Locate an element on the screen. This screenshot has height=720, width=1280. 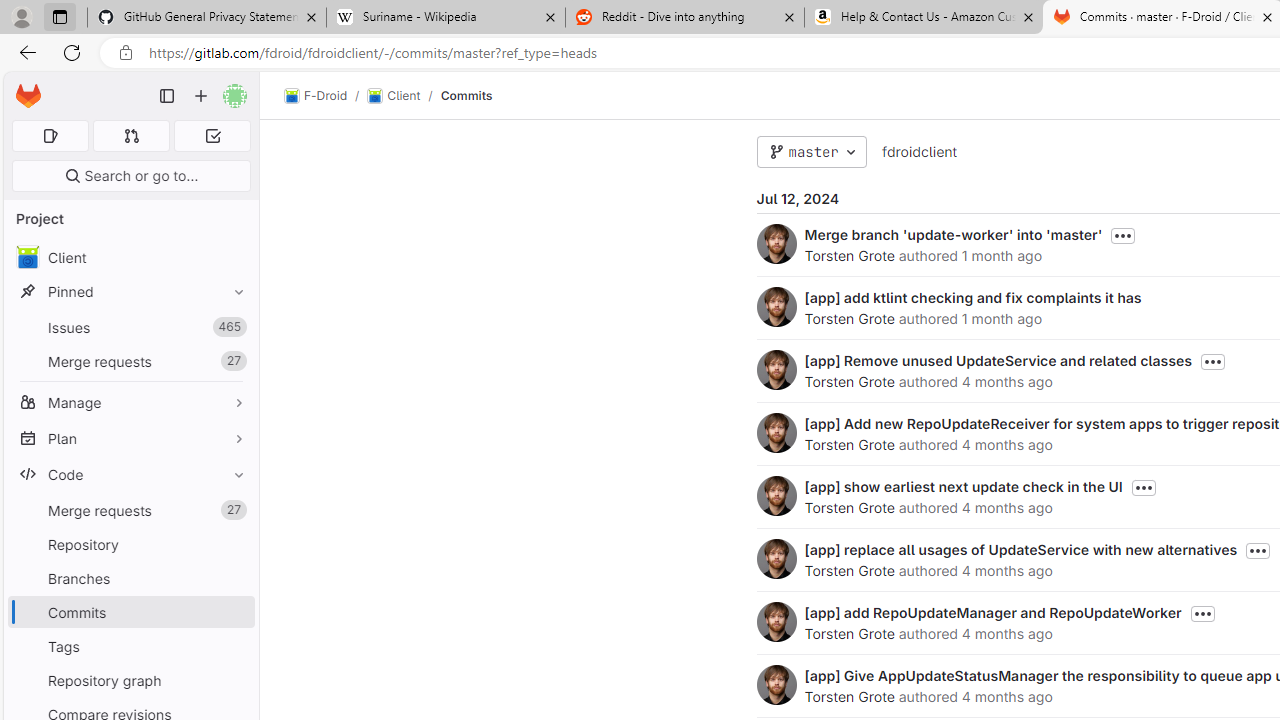
'GitHub General Privacy Statement - GitHub Docs' is located at coordinates (207, 17).